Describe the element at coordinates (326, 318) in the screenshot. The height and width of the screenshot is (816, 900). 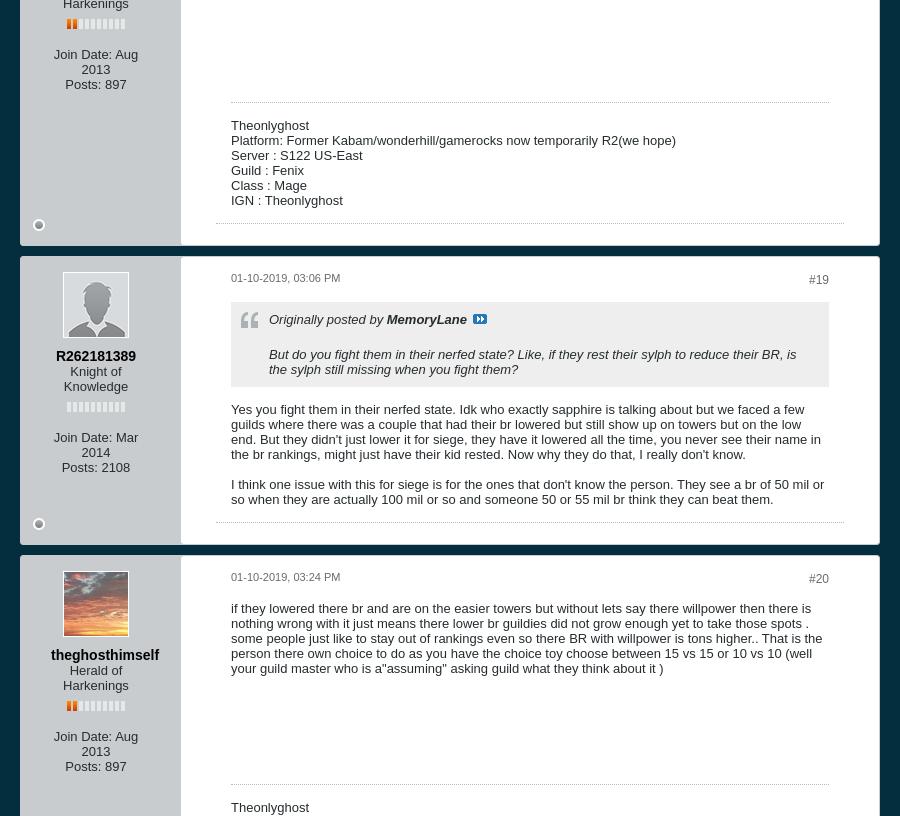
I see `'Originally posted by'` at that location.